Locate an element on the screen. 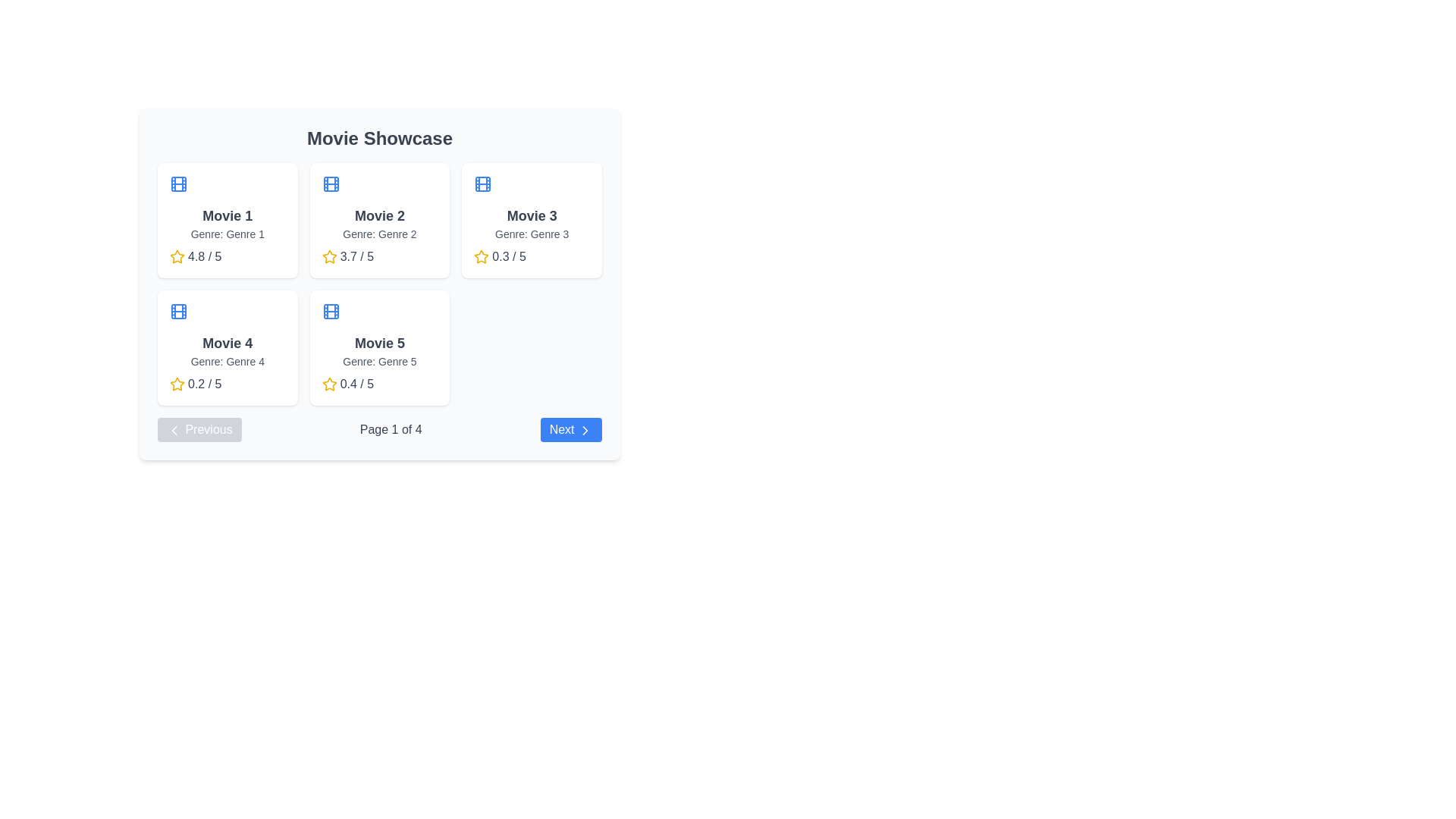  the graphical rectangle element located within the movie icon of 'Movie 2', situated in the top-left corner of the card titled 'Movie 2' is located at coordinates (330, 184).